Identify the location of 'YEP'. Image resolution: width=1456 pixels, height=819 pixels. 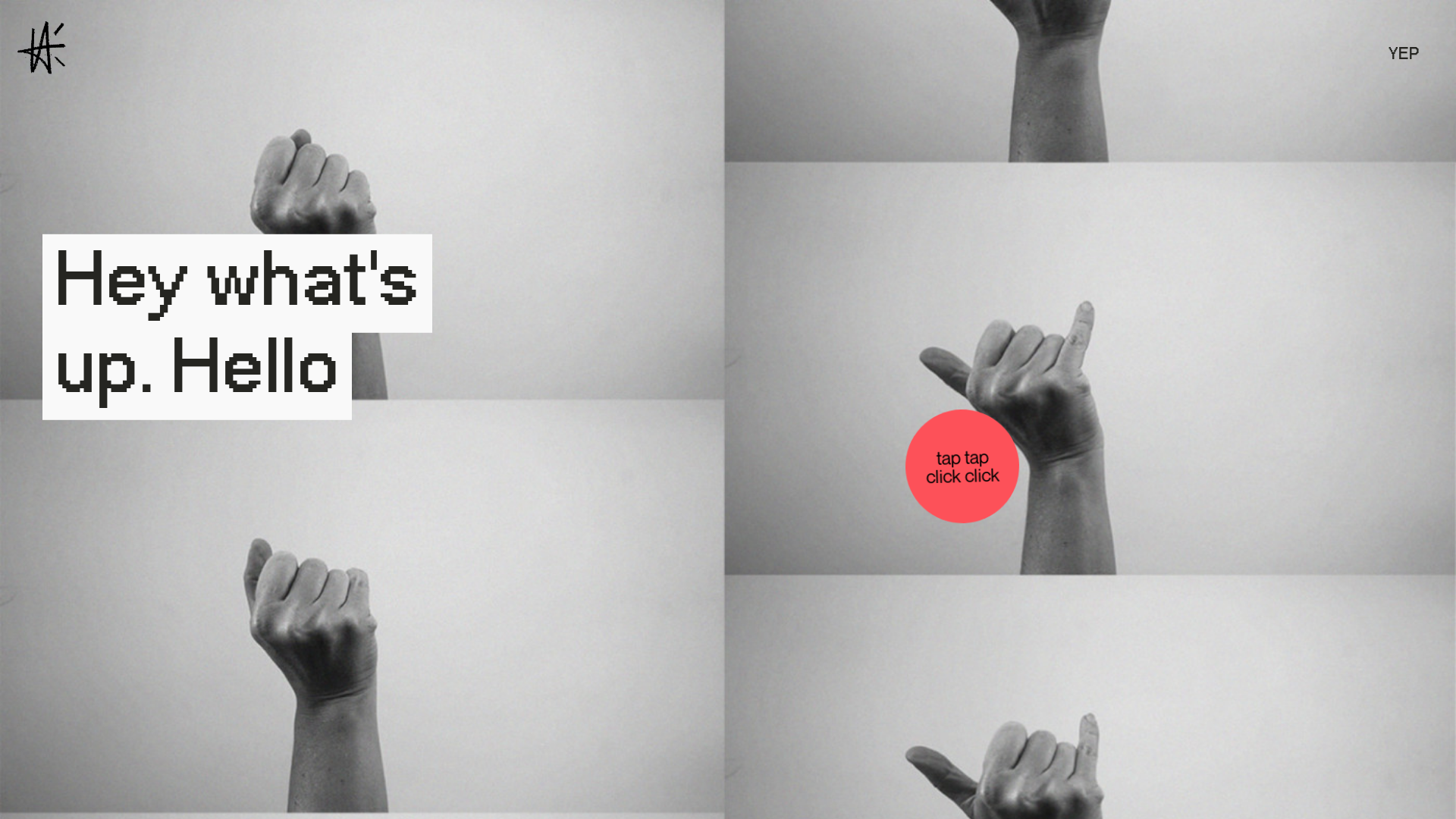
(1403, 54).